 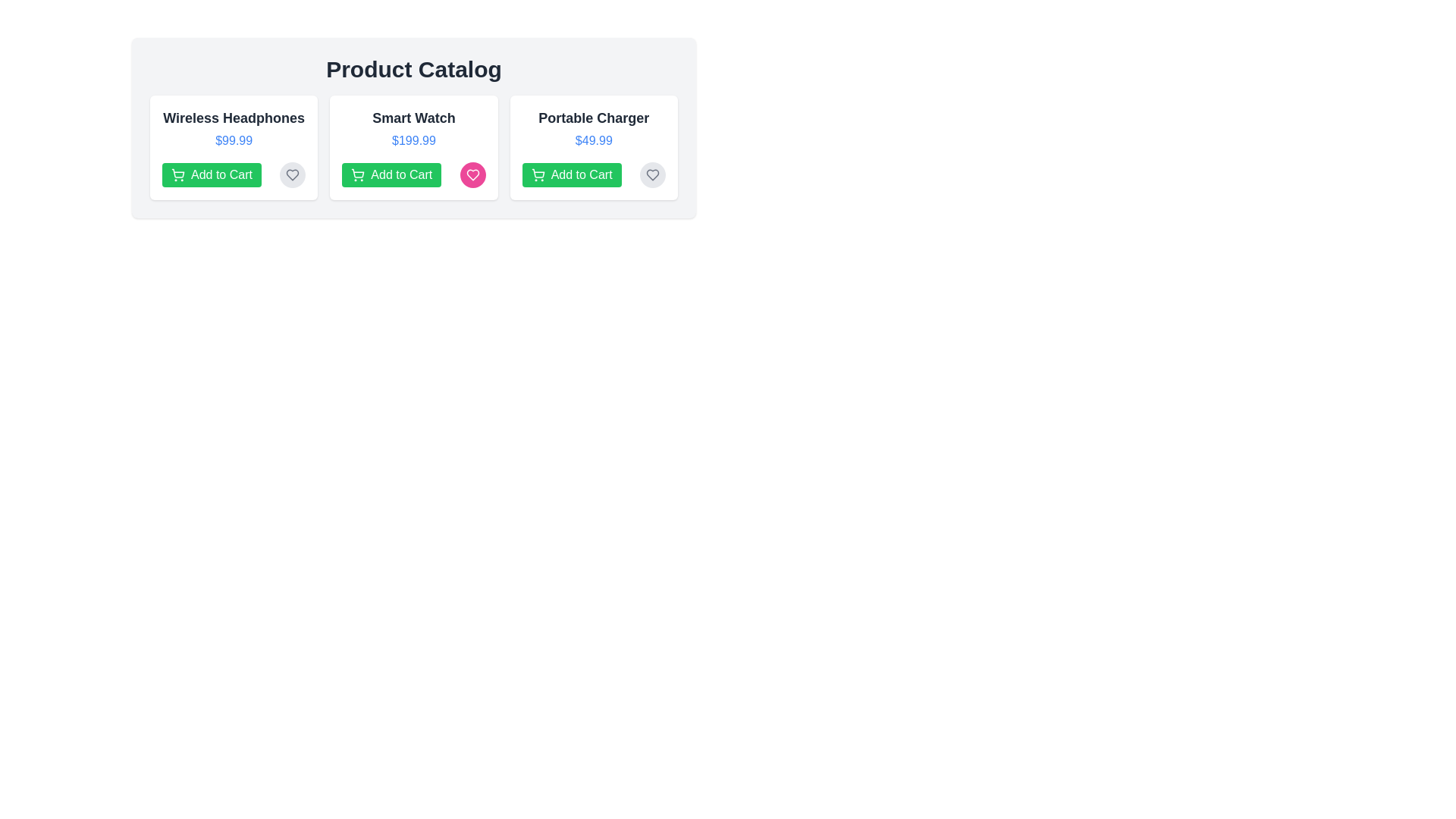 What do you see at coordinates (292, 174) in the screenshot?
I see `favorite button for the product Wireless Headphones` at bounding box center [292, 174].